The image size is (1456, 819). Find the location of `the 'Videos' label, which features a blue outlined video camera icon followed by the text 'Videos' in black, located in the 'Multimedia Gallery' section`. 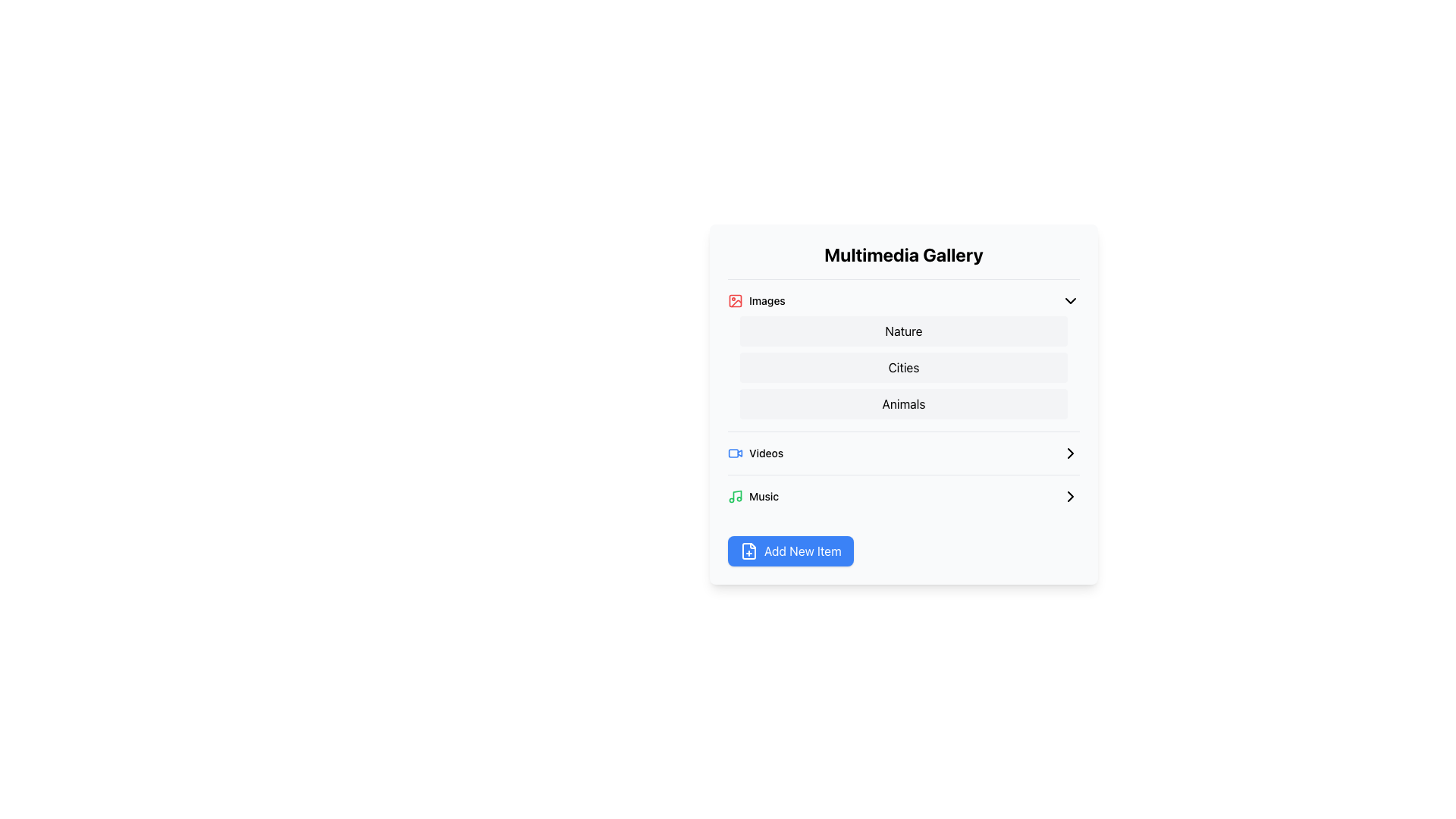

the 'Videos' label, which features a blue outlined video camera icon followed by the text 'Videos' in black, located in the 'Multimedia Gallery' section is located at coordinates (755, 452).